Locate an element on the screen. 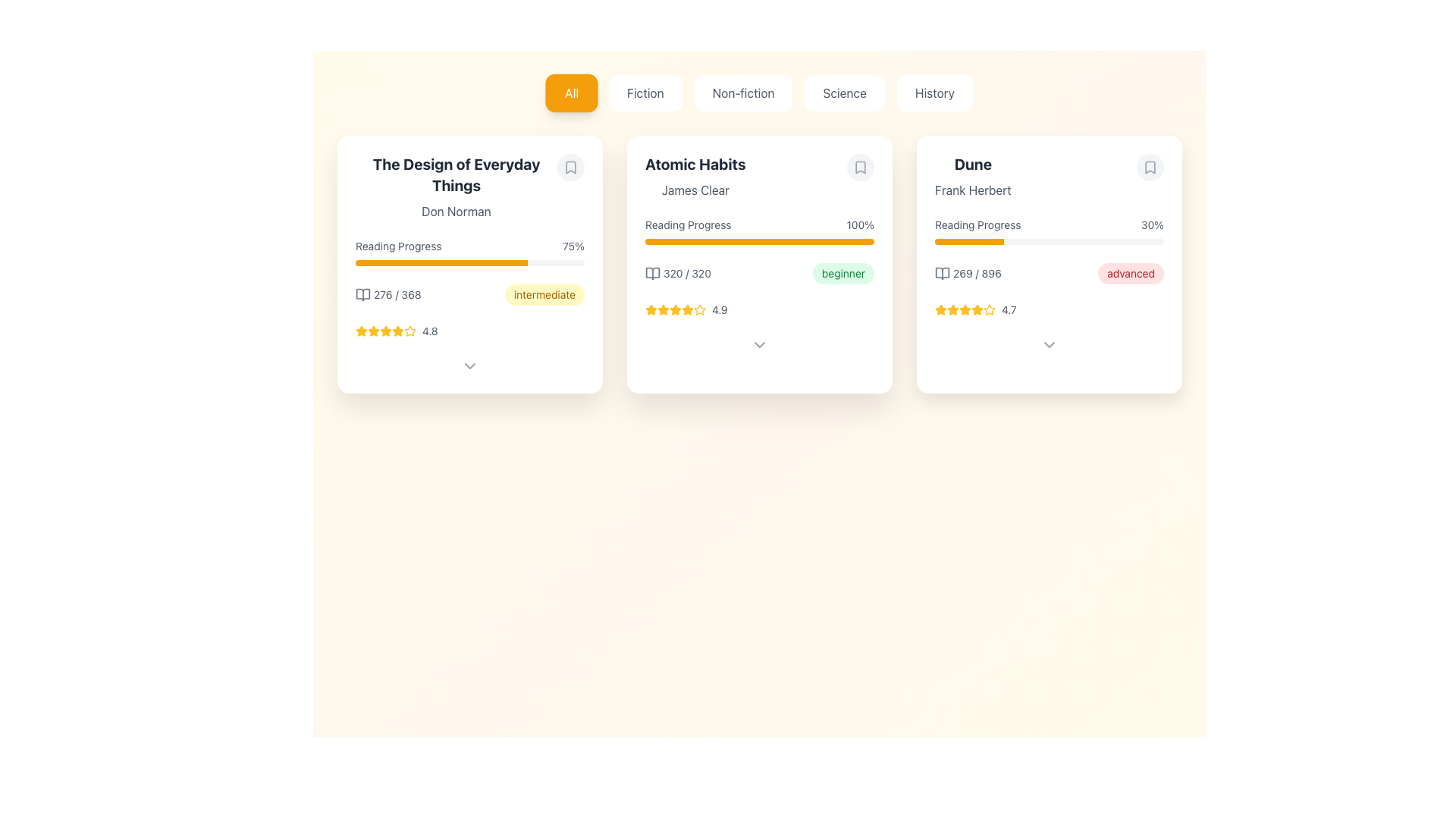 The height and width of the screenshot is (819, 1456). the reading progress is located at coordinates (965, 241).